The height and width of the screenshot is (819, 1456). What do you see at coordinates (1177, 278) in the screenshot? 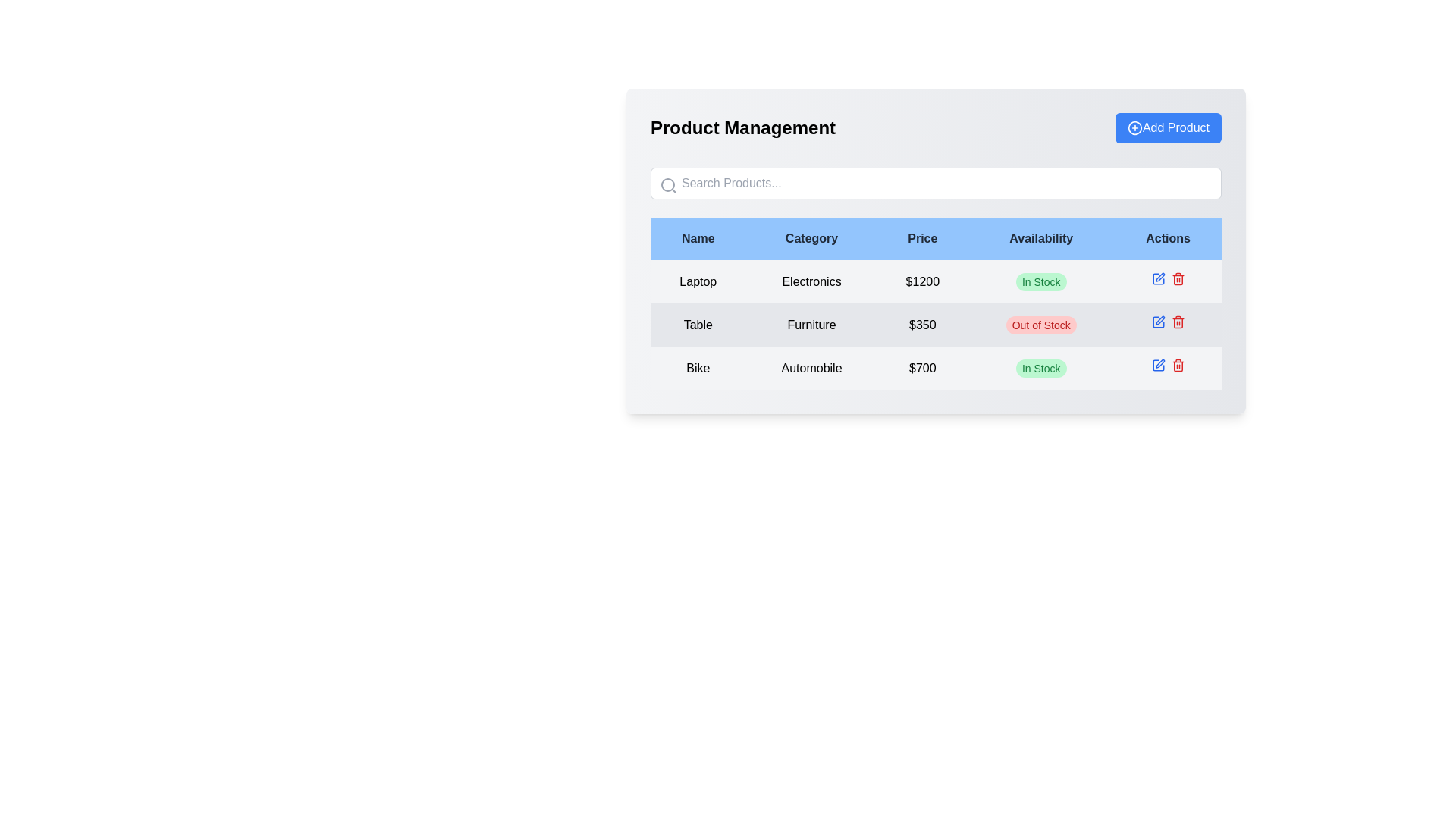
I see `the trash bin icon button in the 'Actions' column of the last row of the product management table` at bounding box center [1177, 278].